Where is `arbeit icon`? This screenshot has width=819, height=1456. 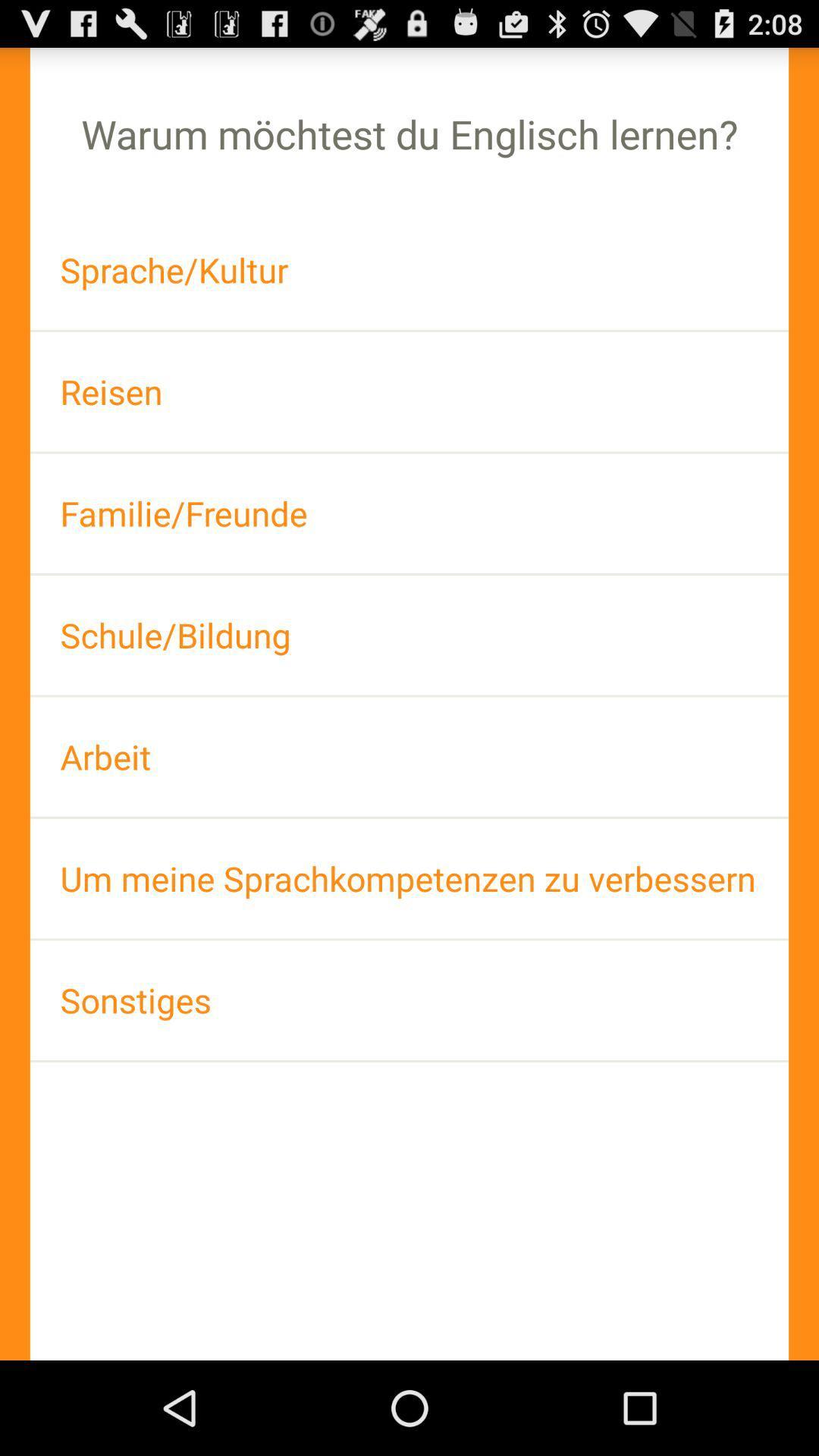
arbeit icon is located at coordinates (409, 757).